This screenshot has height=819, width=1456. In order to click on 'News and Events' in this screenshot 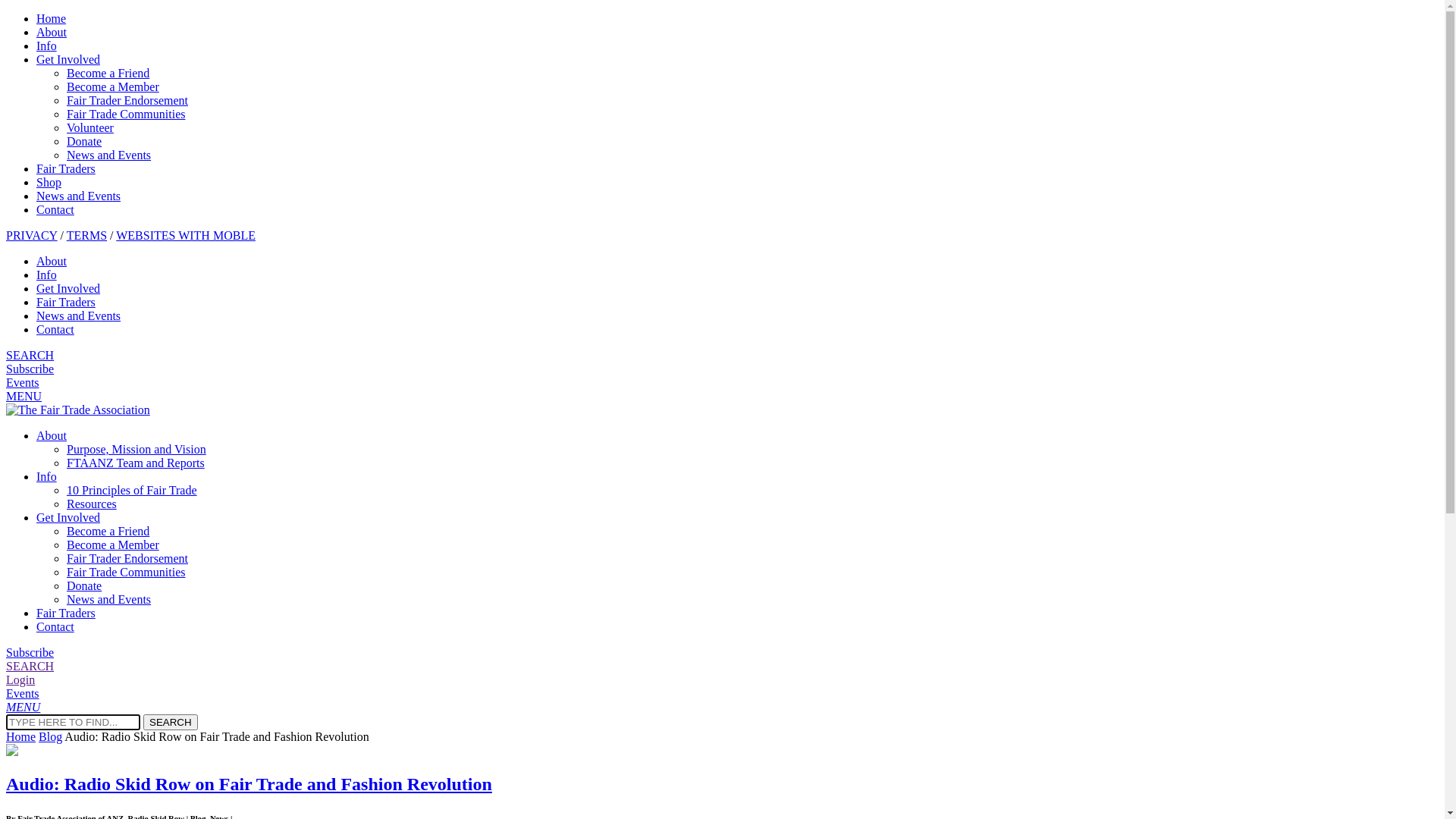, I will do `click(108, 155)`.